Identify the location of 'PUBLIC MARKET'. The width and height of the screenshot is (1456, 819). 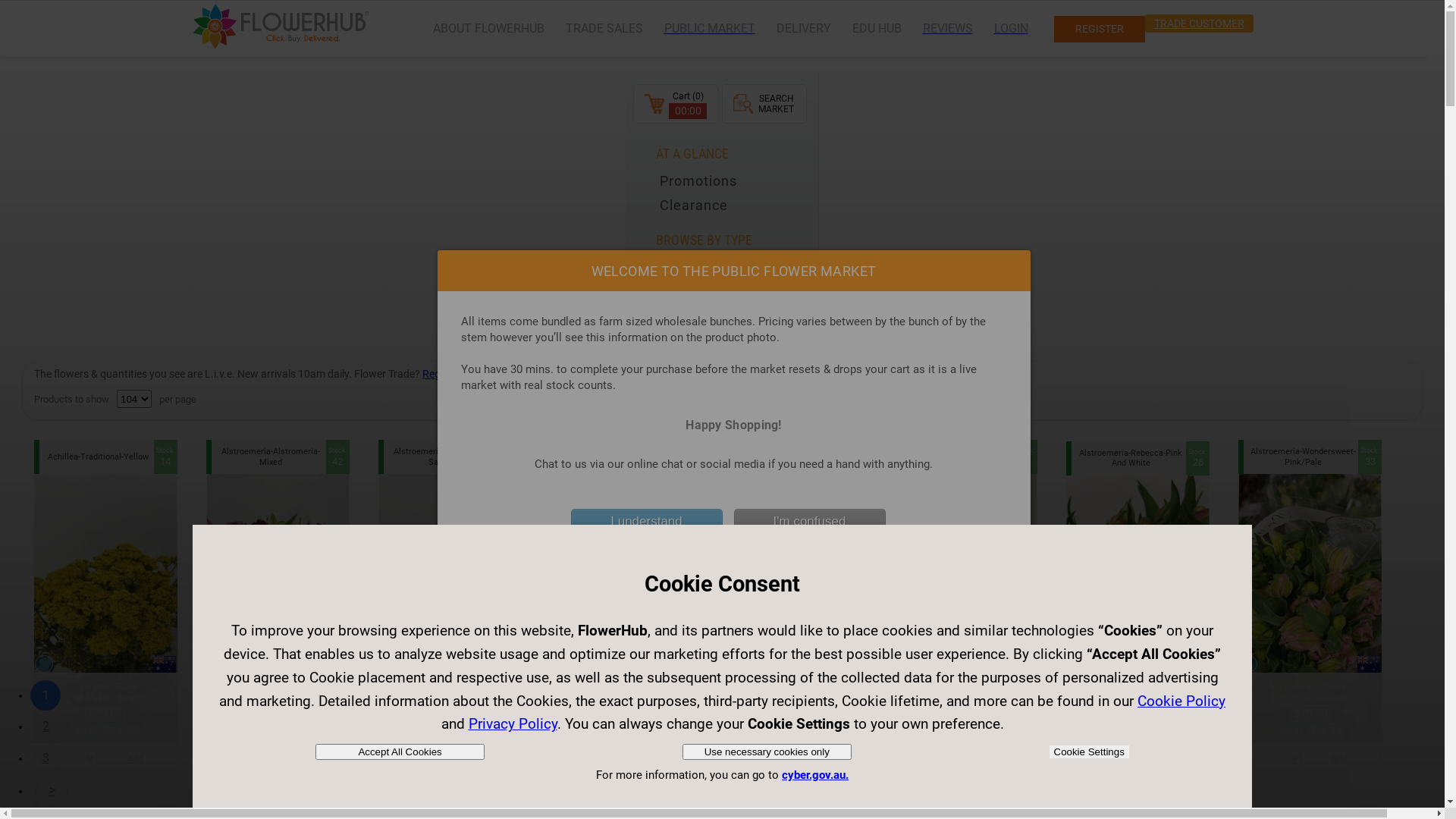
(664, 29).